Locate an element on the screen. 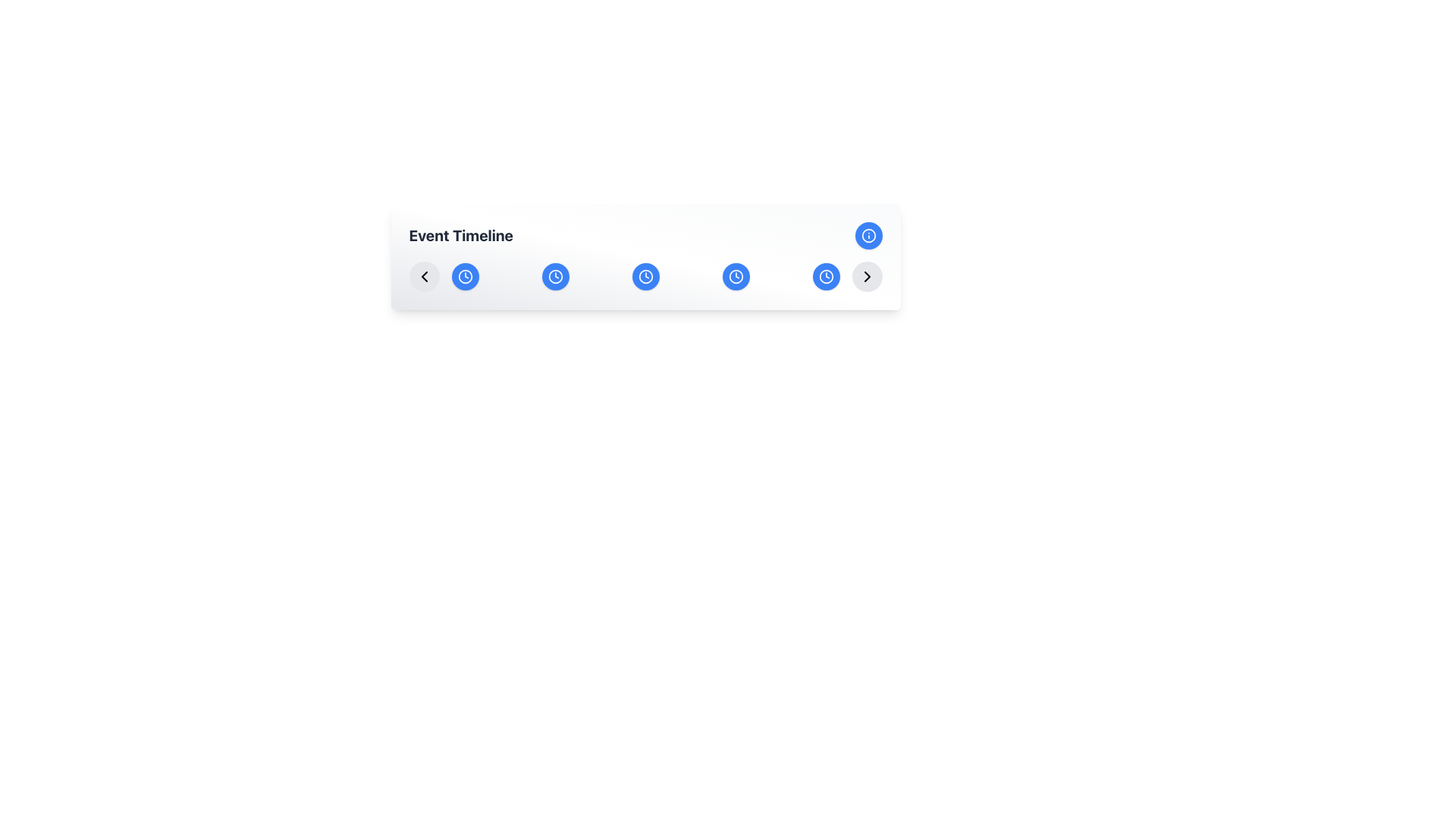 The width and height of the screenshot is (1456, 819). the decorative blue information icon located is located at coordinates (868, 236).